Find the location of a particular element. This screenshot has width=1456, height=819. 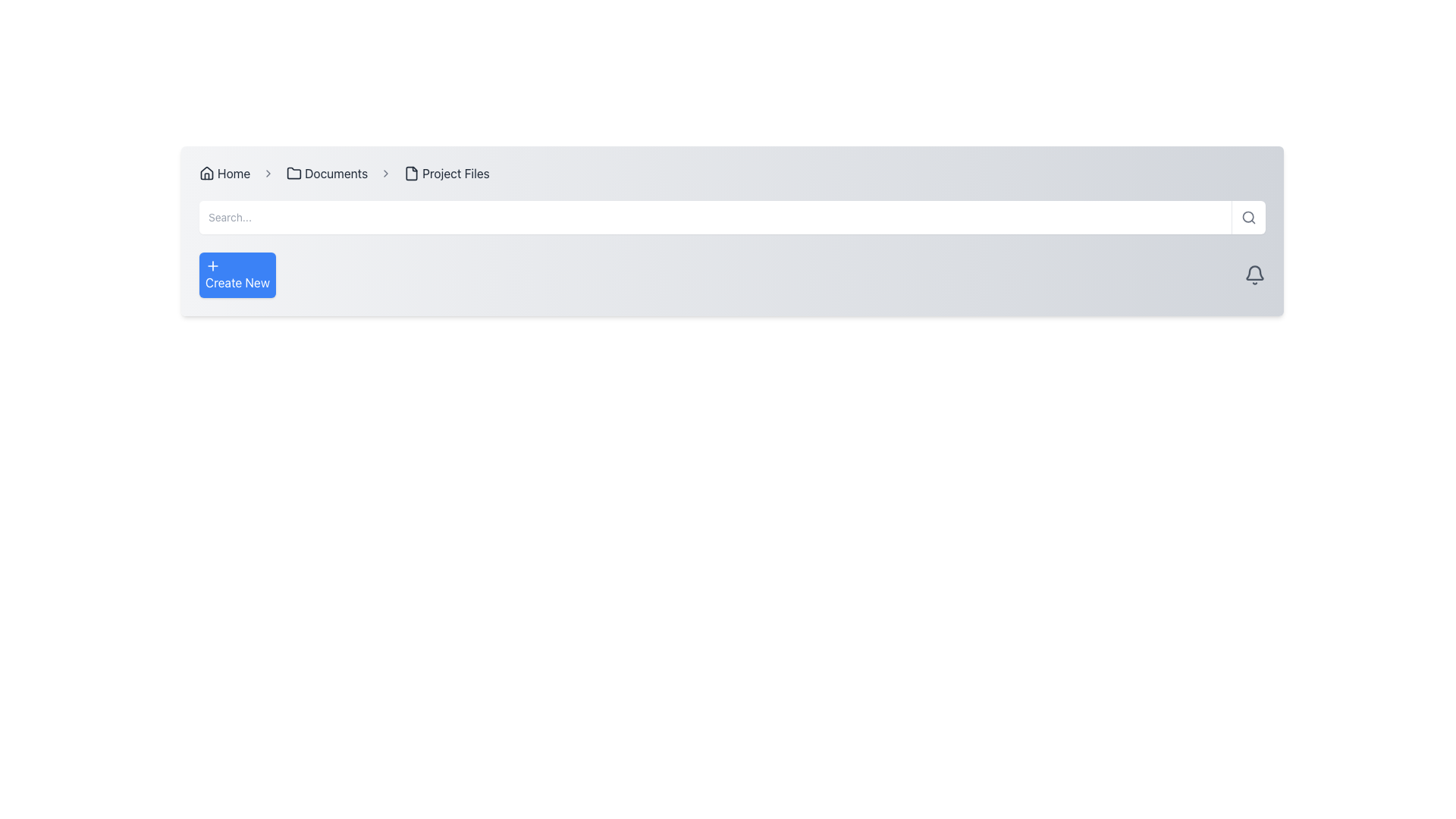

the file icon representing the 'Project Files' section in the breadcrumb navigation bar, which is positioned immediately before the text 'Project Files' is located at coordinates (412, 172).